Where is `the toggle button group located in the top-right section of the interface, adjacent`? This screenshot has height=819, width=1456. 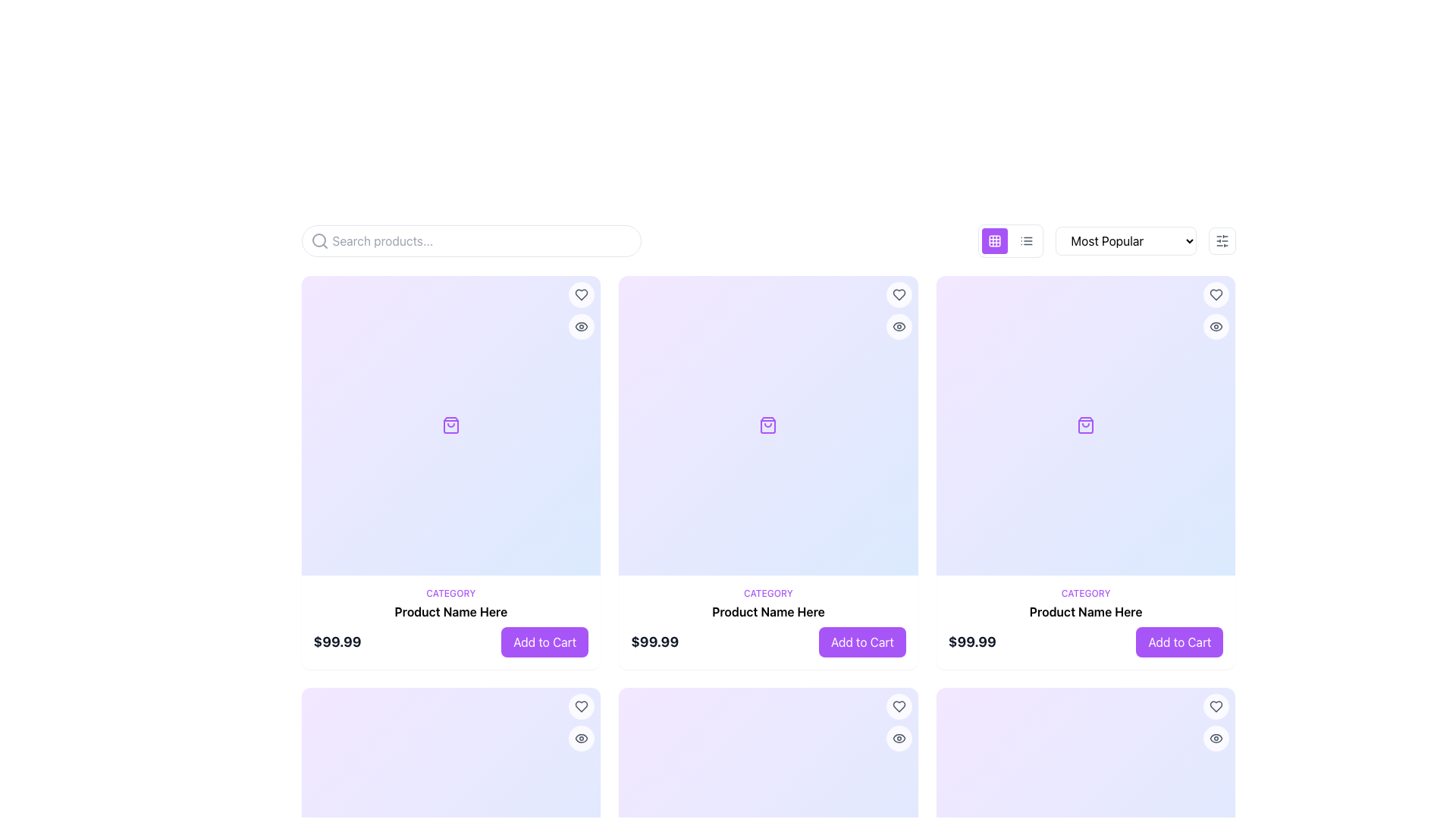
the toggle button group located in the top-right section of the interface, adjacent is located at coordinates (1010, 240).